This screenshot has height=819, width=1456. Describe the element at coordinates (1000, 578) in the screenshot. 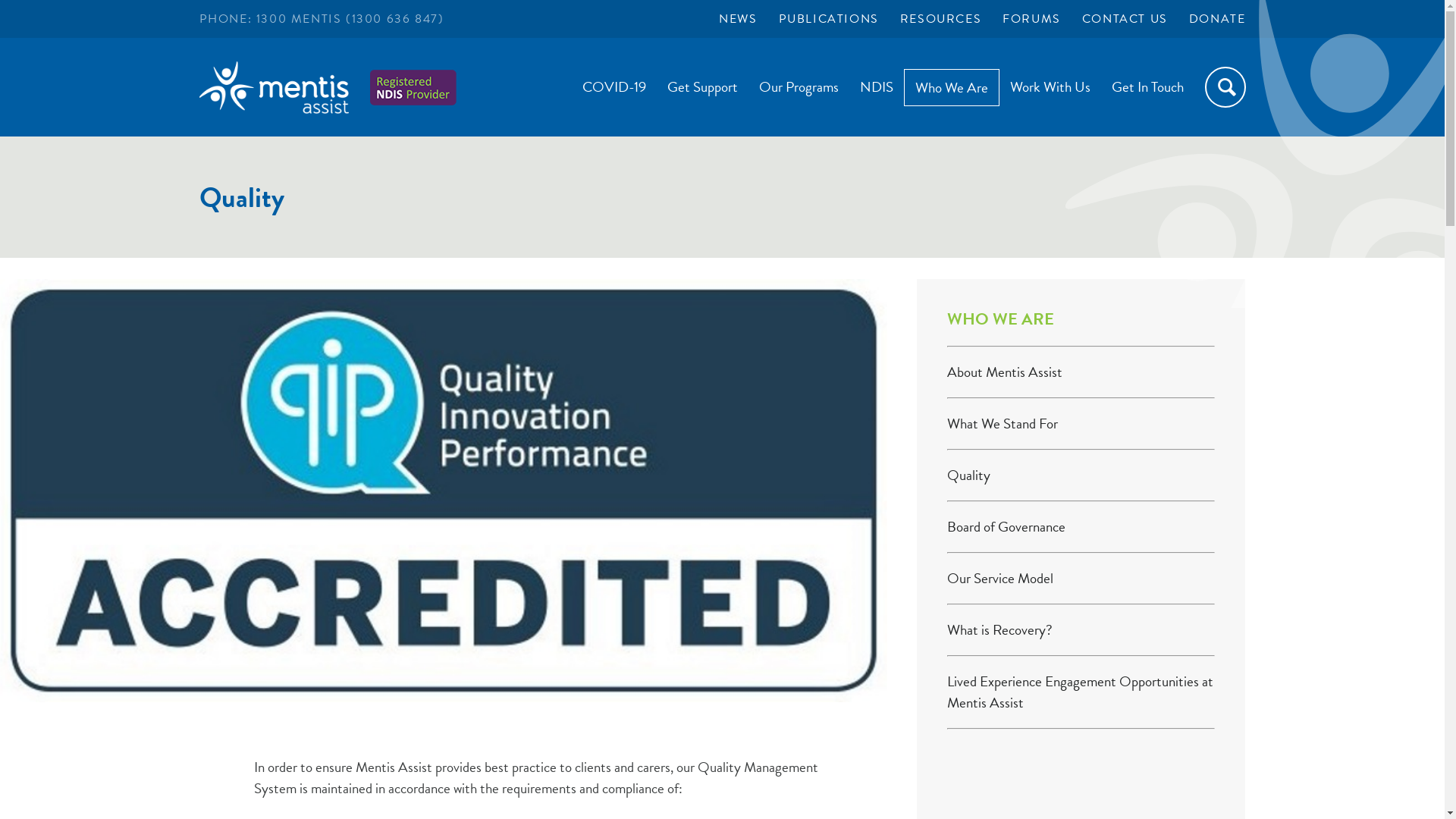

I see `'Our Service Model'` at that location.